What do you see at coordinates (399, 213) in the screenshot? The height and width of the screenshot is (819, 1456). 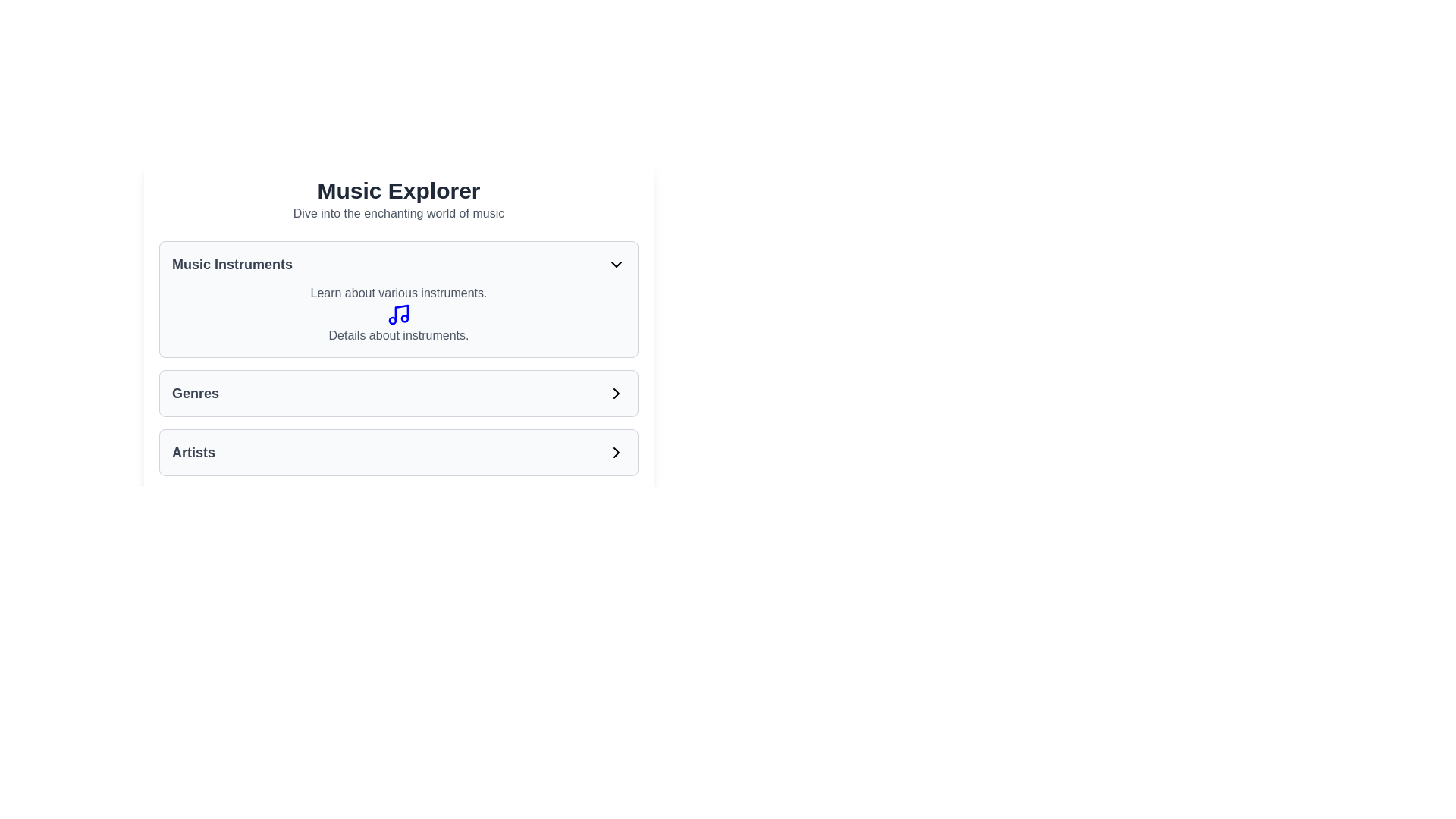 I see `the text element that reads 'Dive into the enchanting world of music', which is styled in gray and positioned centrally under the header 'Music Explorer'` at bounding box center [399, 213].